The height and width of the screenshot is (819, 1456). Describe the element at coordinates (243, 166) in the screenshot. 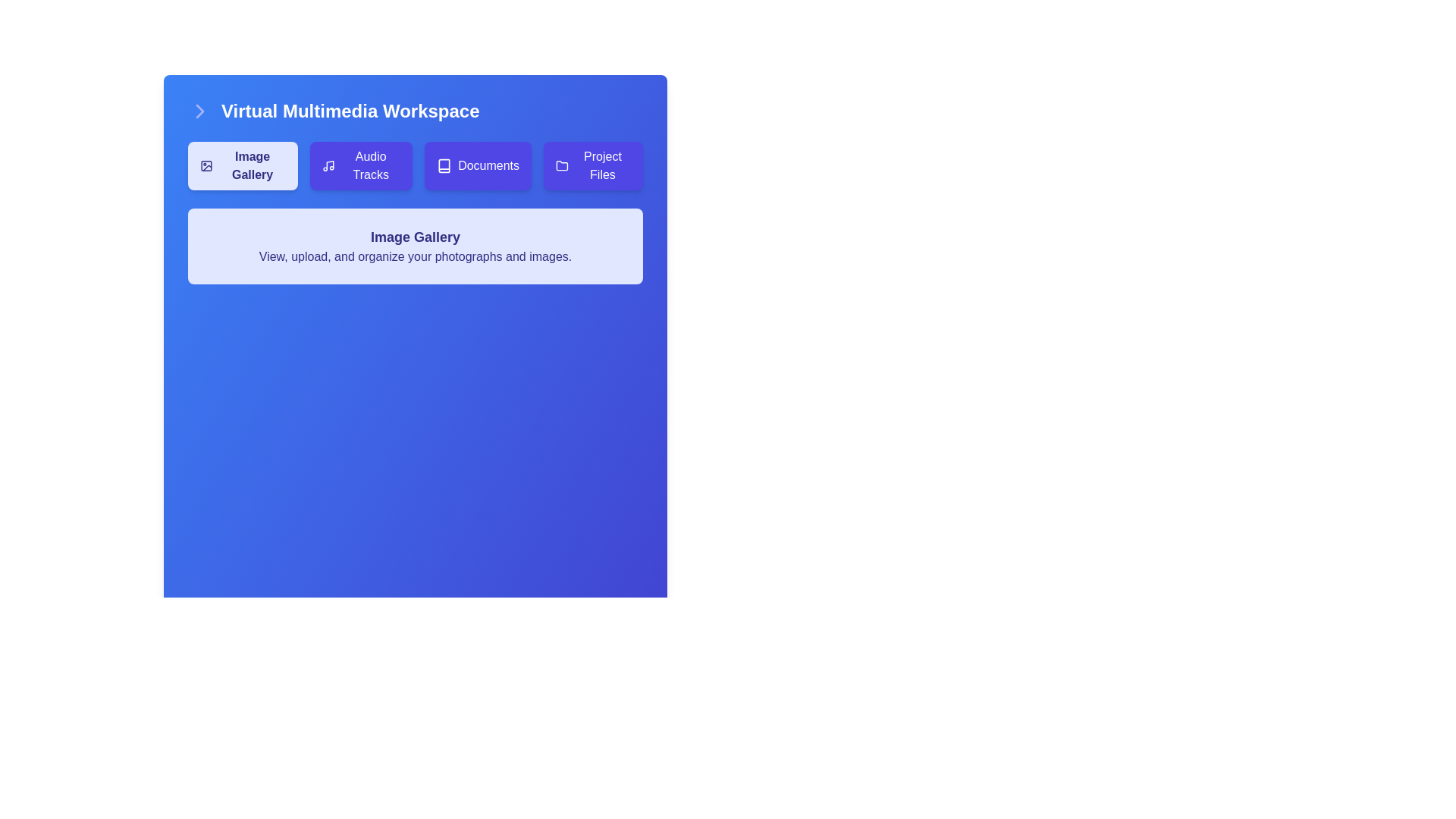

I see `the 'Image Gallery' button, which is a rectangular button with rounded corners, light indigo background, and indigo text` at that location.